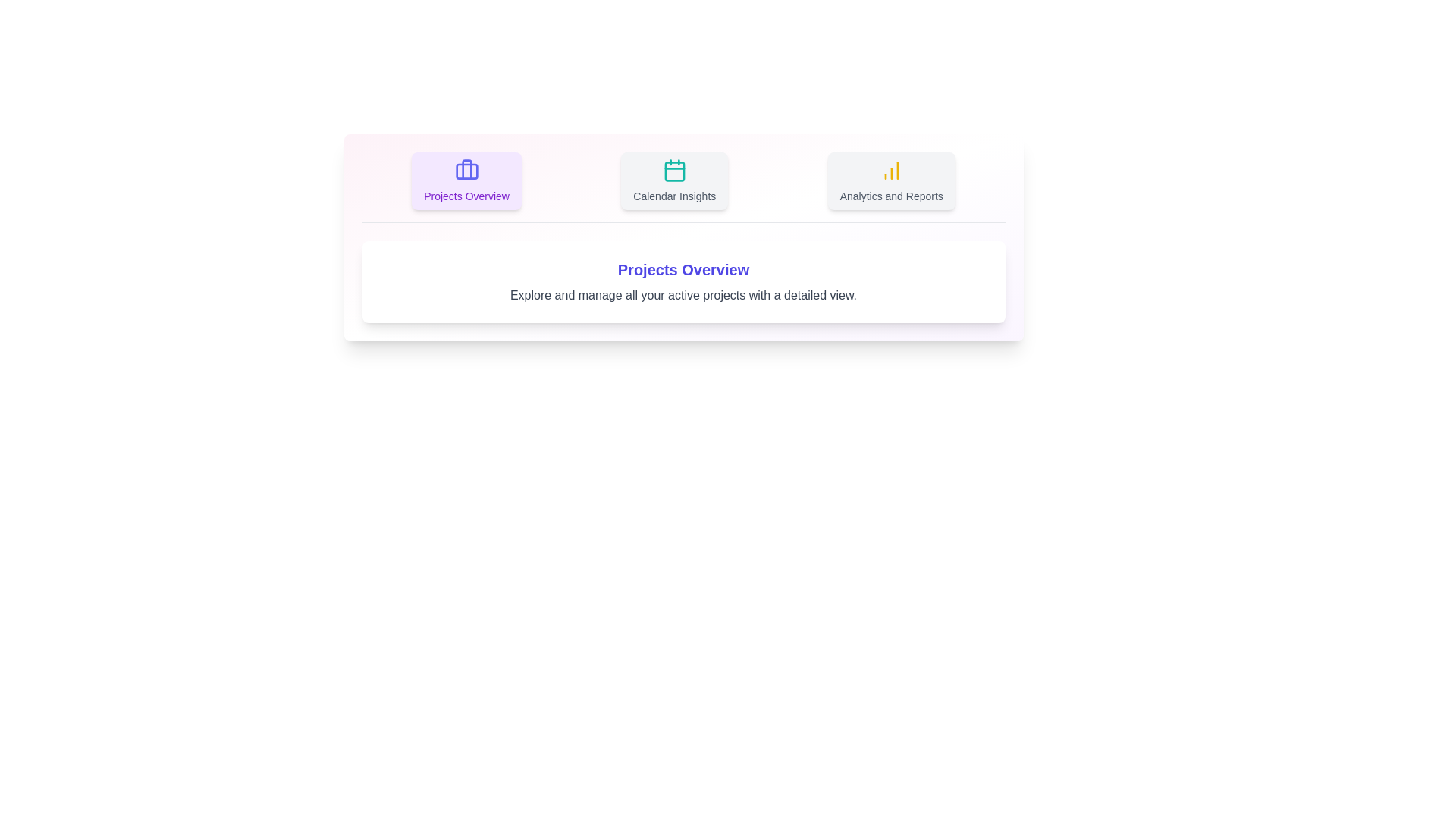 The width and height of the screenshot is (1456, 819). I want to click on the tab labeled 'Analytics and Reports' to observe the visual feedback, so click(891, 180).